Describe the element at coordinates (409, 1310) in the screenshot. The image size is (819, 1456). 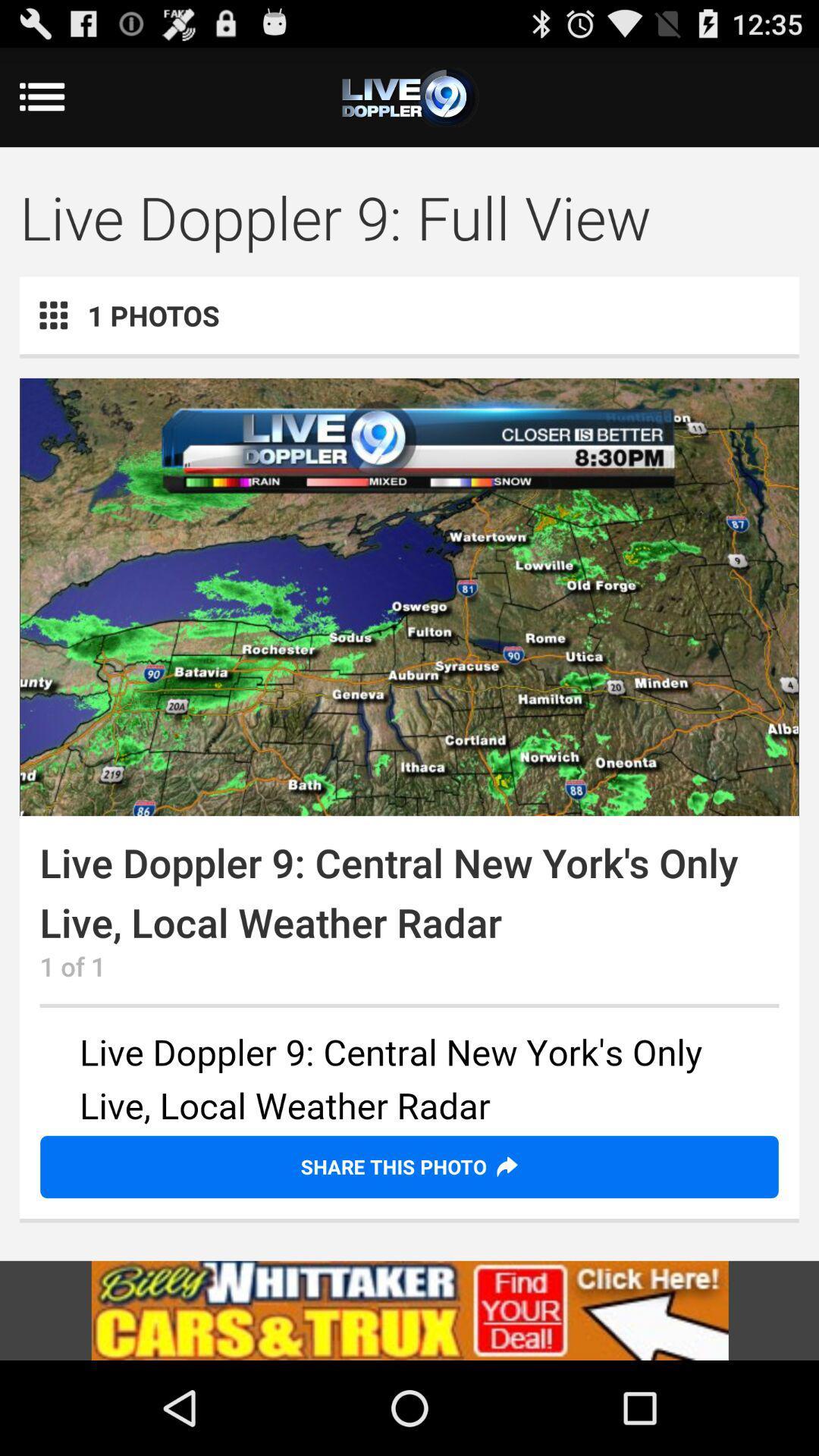
I see `load advert` at that location.